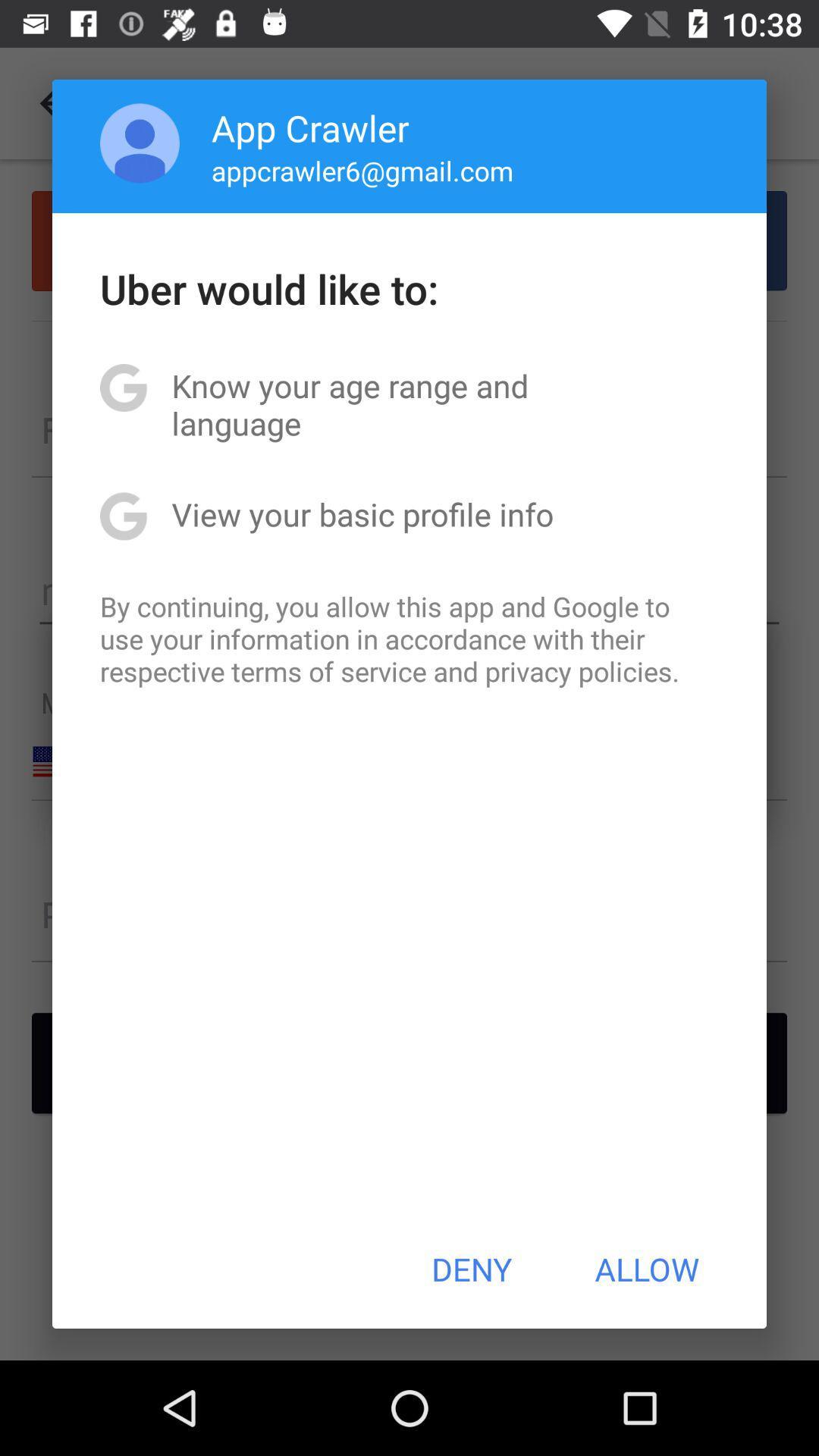 The image size is (819, 1456). I want to click on icon next to allow button, so click(471, 1269).